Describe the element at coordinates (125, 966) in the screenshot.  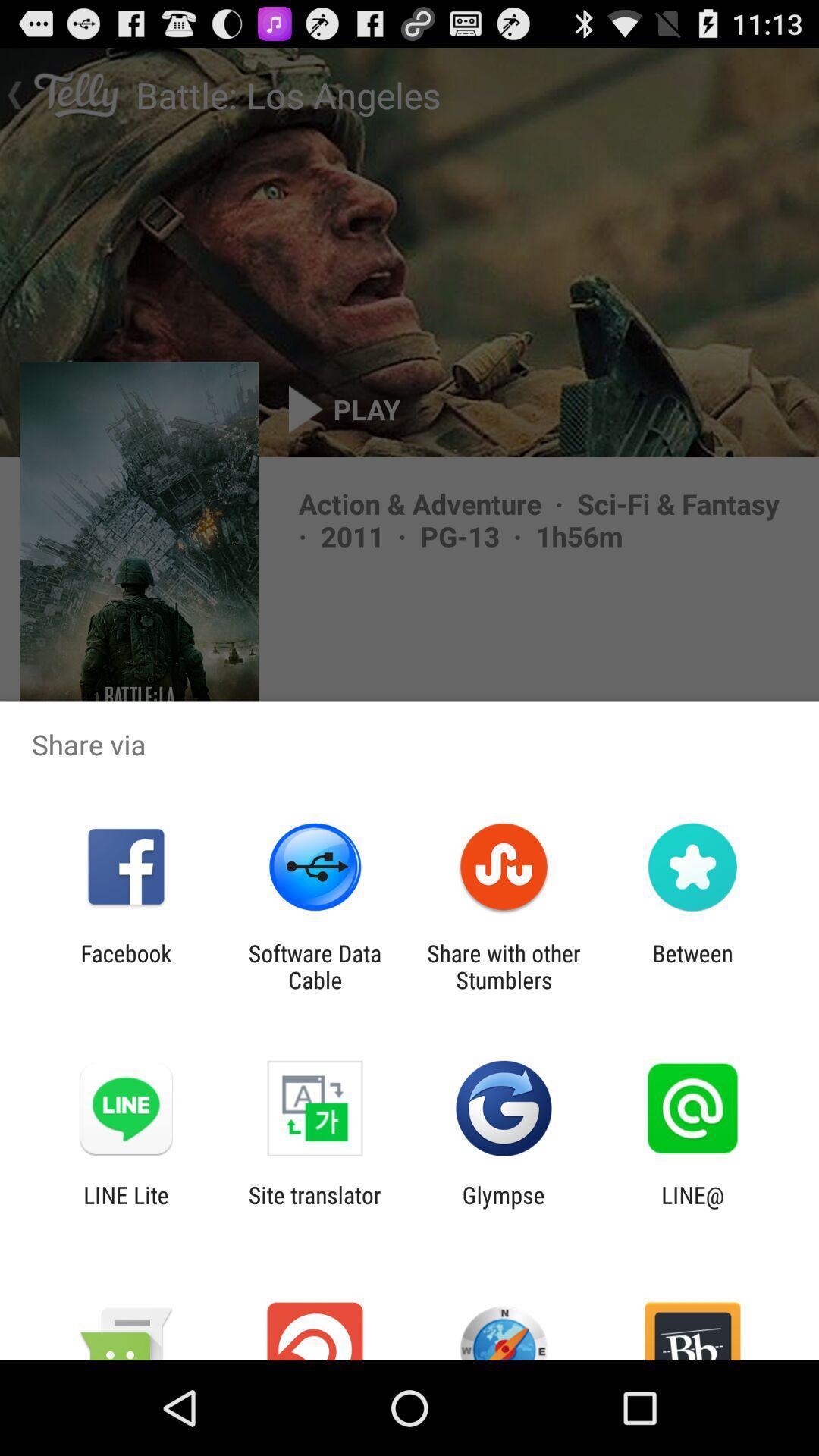
I see `the facebook app` at that location.